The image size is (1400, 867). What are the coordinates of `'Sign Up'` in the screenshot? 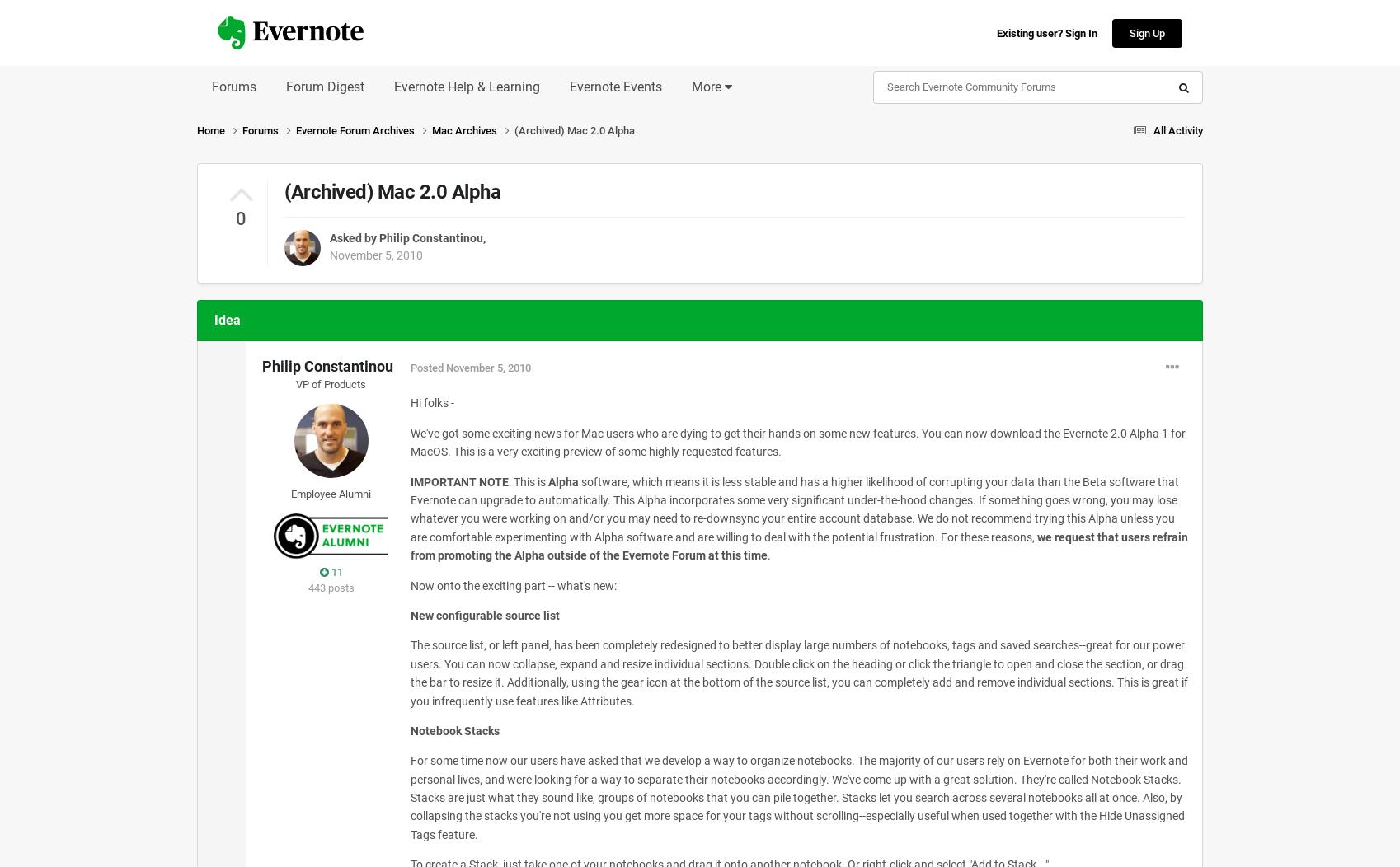 It's located at (1147, 32).